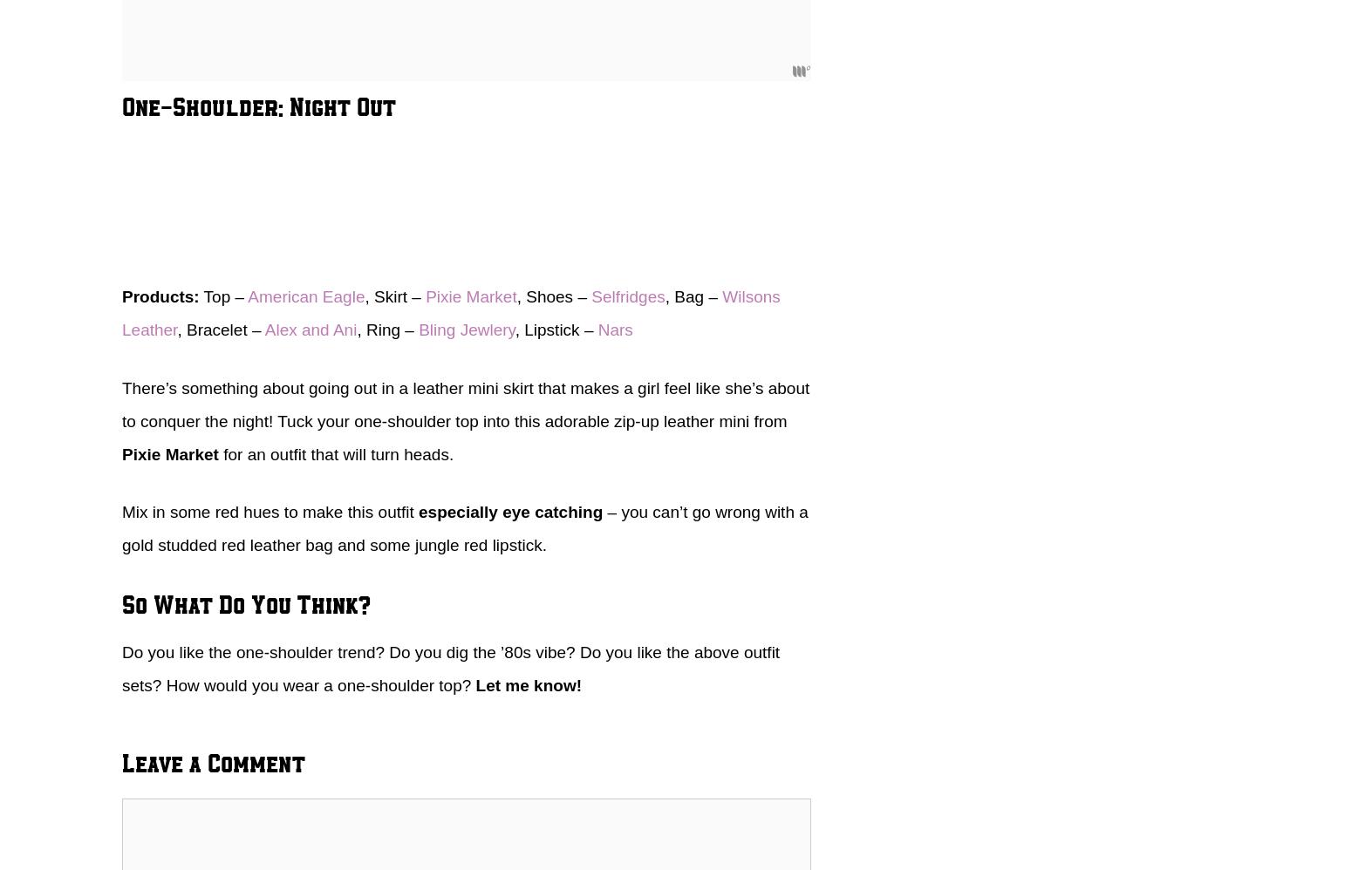  What do you see at coordinates (475, 683) in the screenshot?
I see `'Let me know!'` at bounding box center [475, 683].